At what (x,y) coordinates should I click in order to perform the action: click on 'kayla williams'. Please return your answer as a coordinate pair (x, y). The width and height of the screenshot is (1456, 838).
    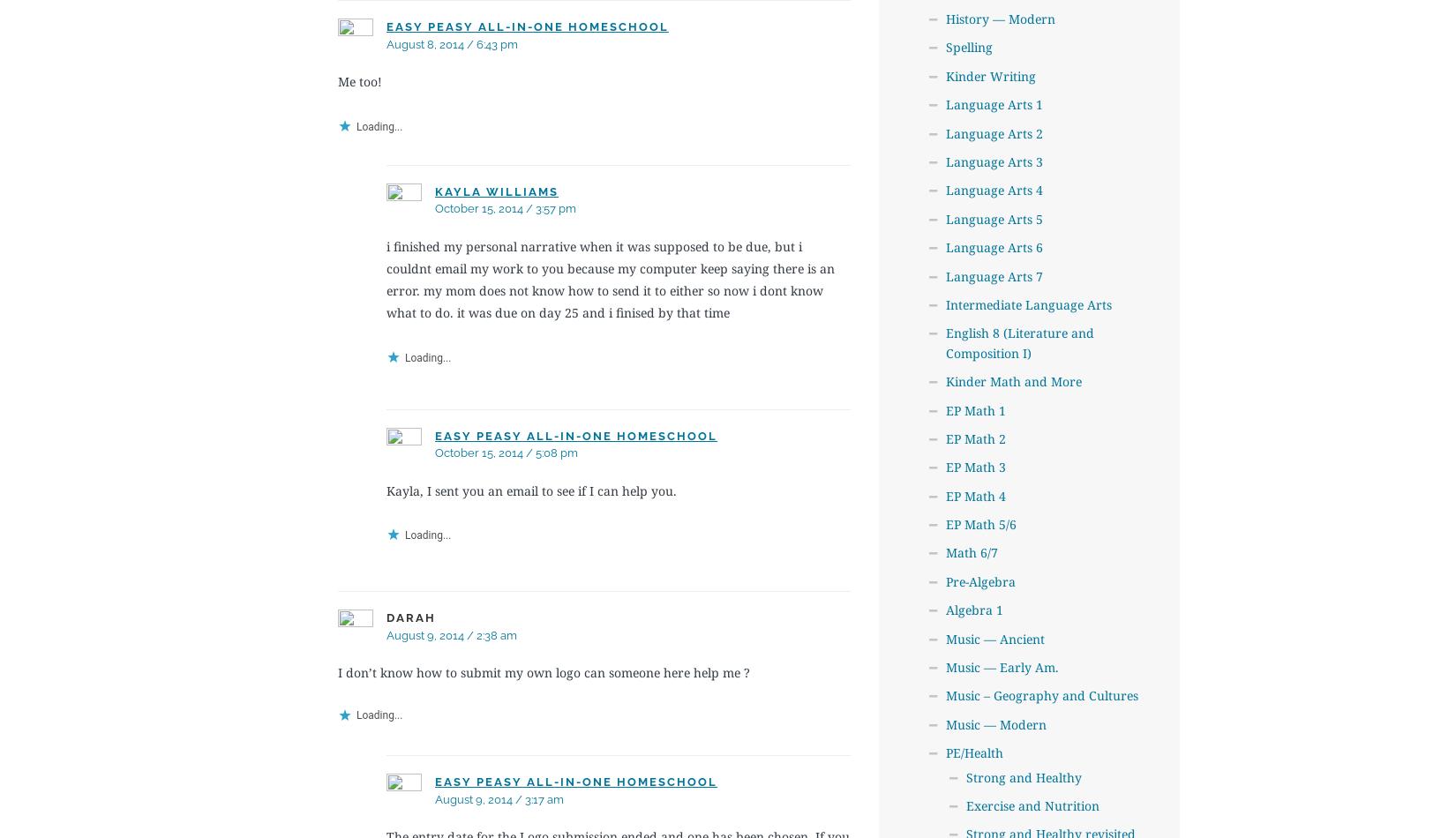
    Looking at the image, I should click on (495, 191).